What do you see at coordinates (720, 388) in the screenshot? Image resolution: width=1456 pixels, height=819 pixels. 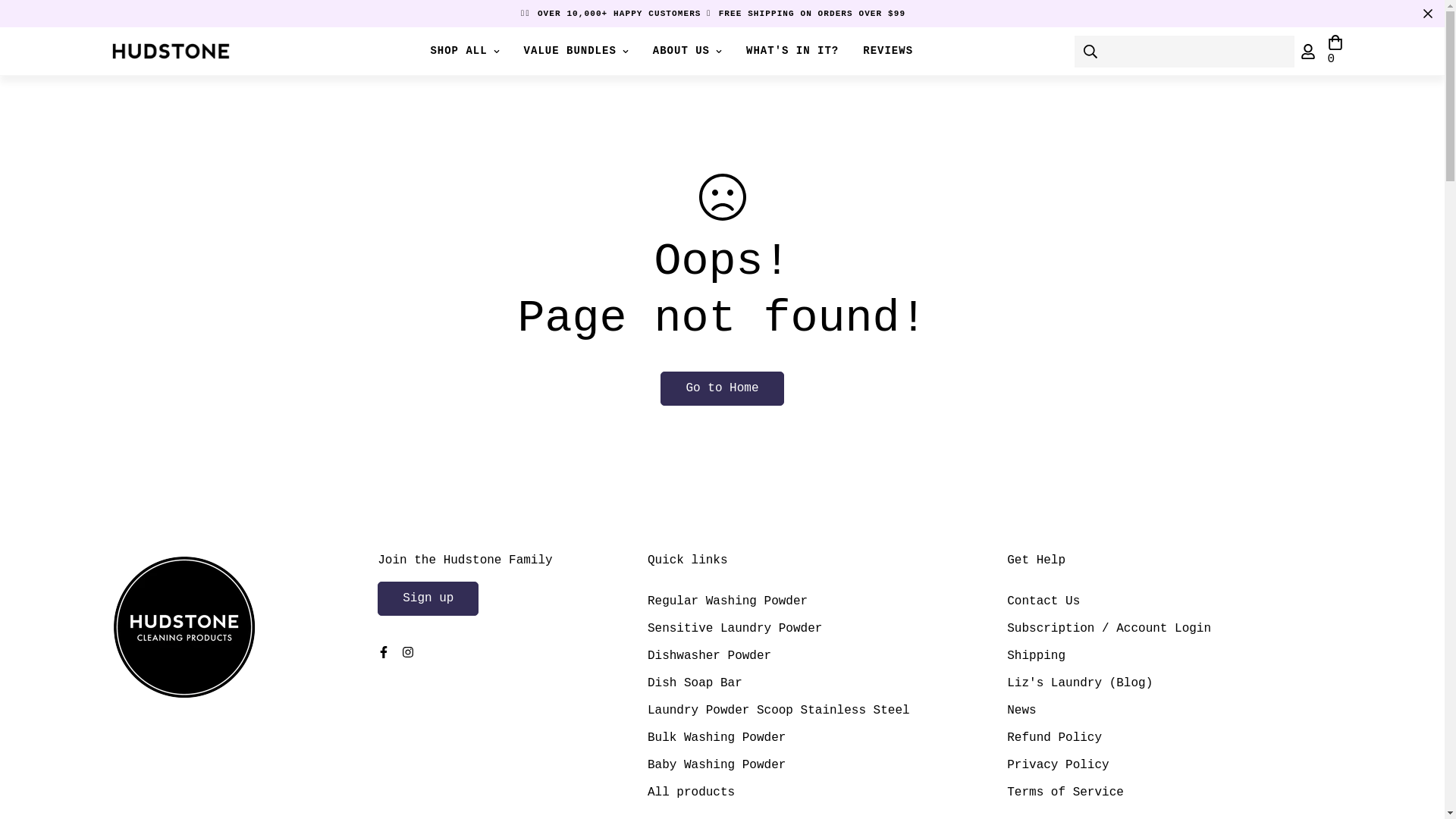 I see `'Go to Home'` at bounding box center [720, 388].